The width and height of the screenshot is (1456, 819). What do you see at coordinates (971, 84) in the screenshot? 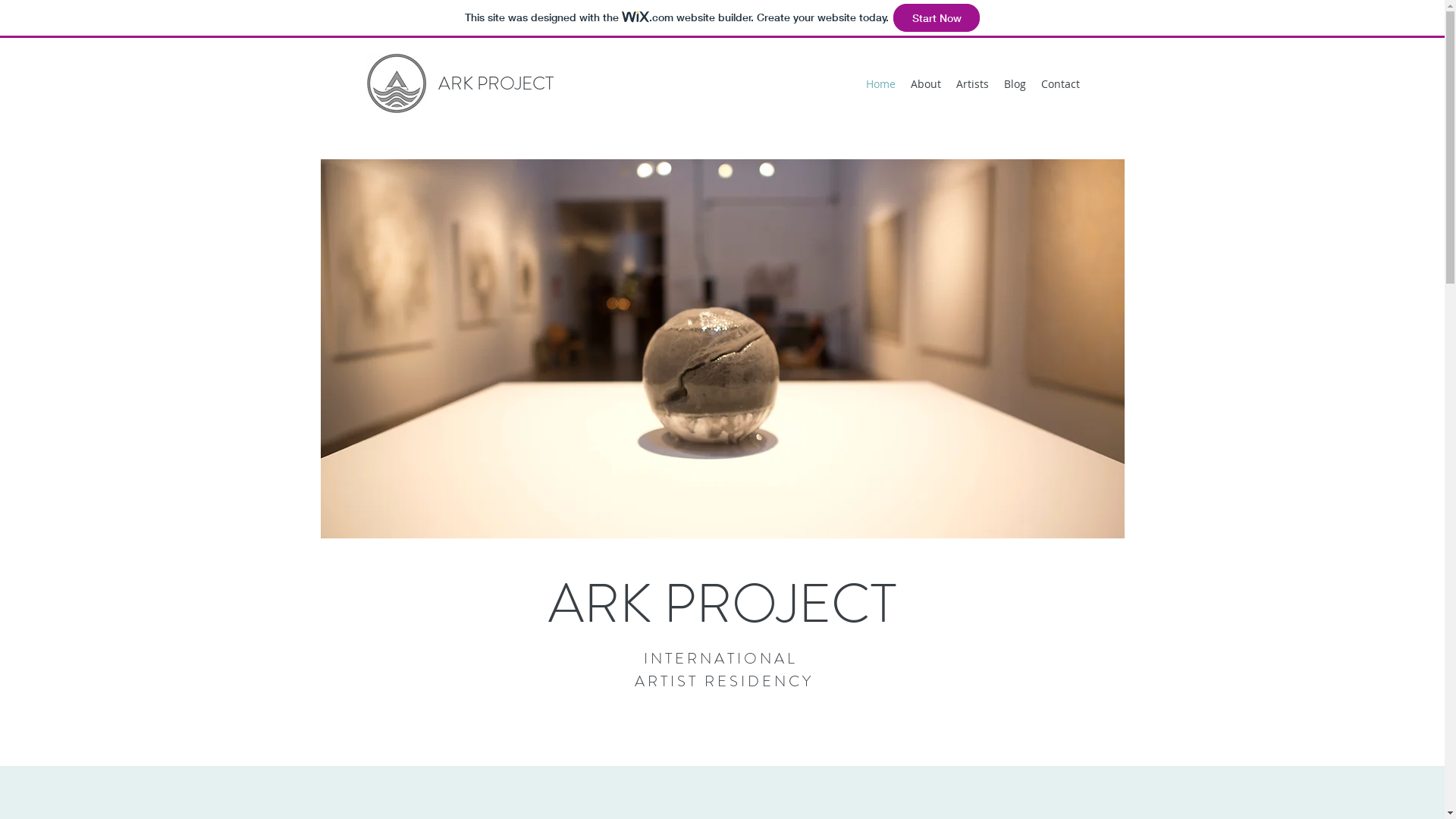
I see `'Artists'` at bounding box center [971, 84].